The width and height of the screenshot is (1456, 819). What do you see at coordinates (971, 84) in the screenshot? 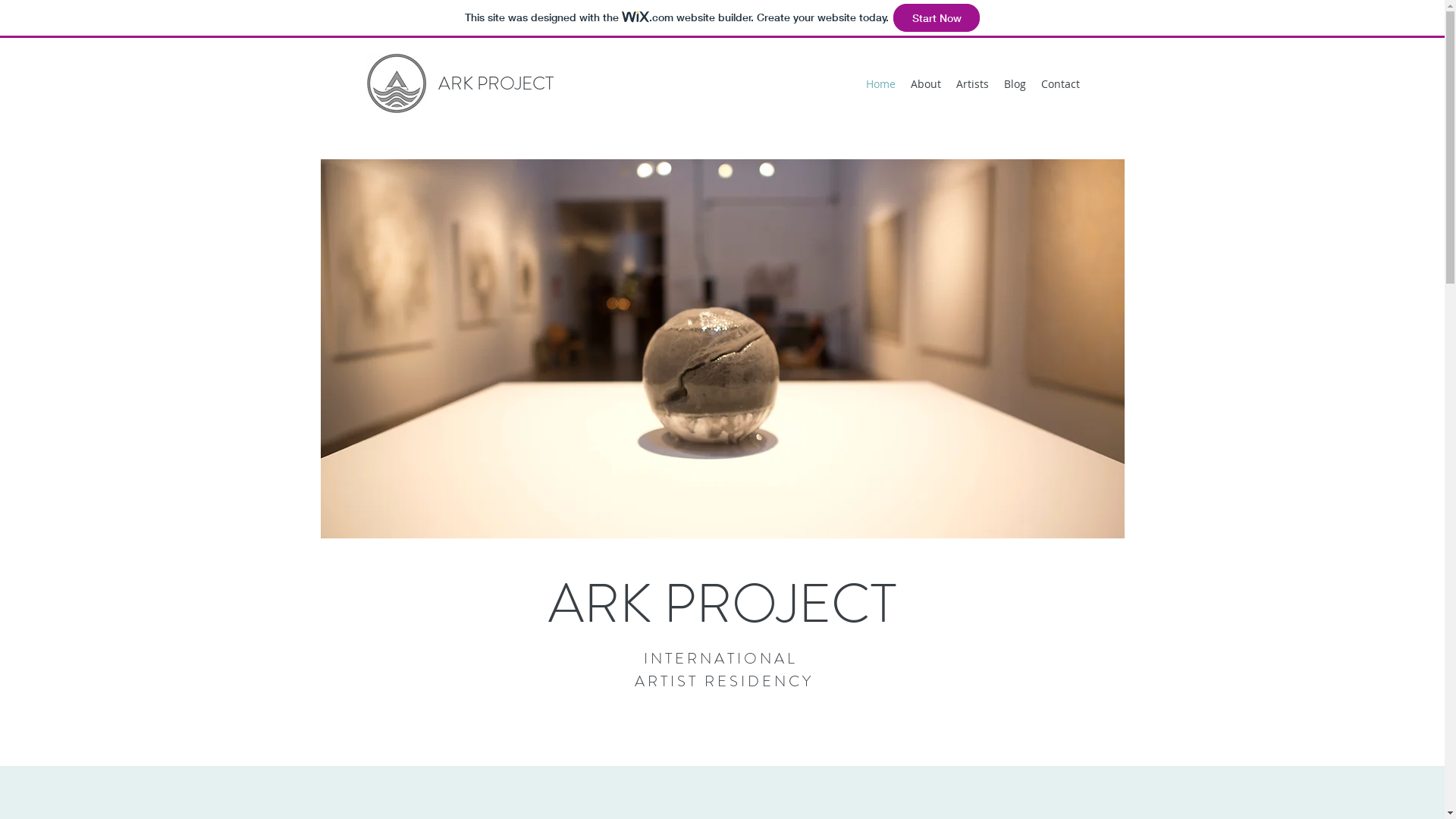
I see `'Artists'` at bounding box center [971, 84].